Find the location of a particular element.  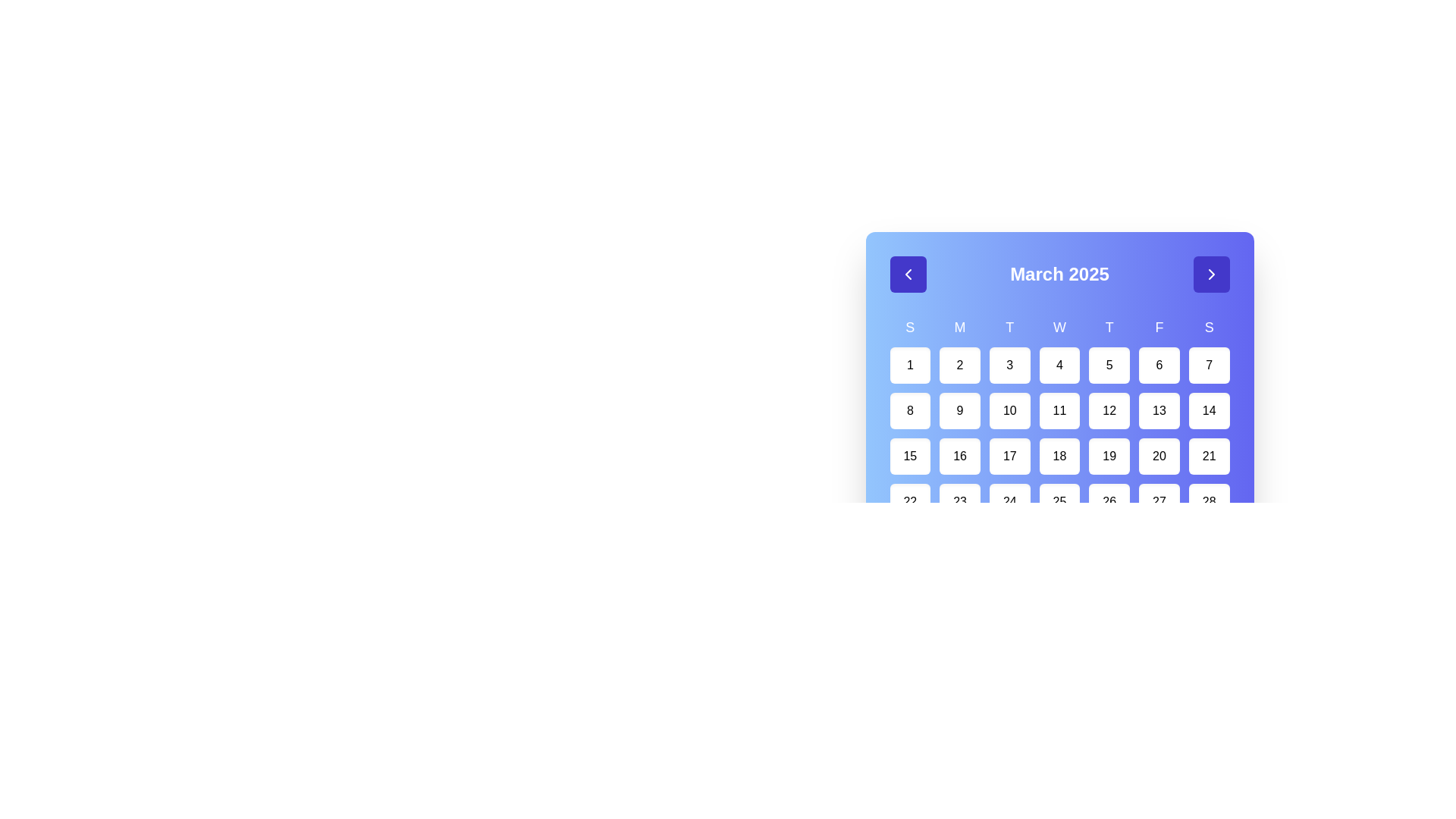

the button representing the fourth day in the calendar grid, located under 'W' is located at coordinates (1059, 366).